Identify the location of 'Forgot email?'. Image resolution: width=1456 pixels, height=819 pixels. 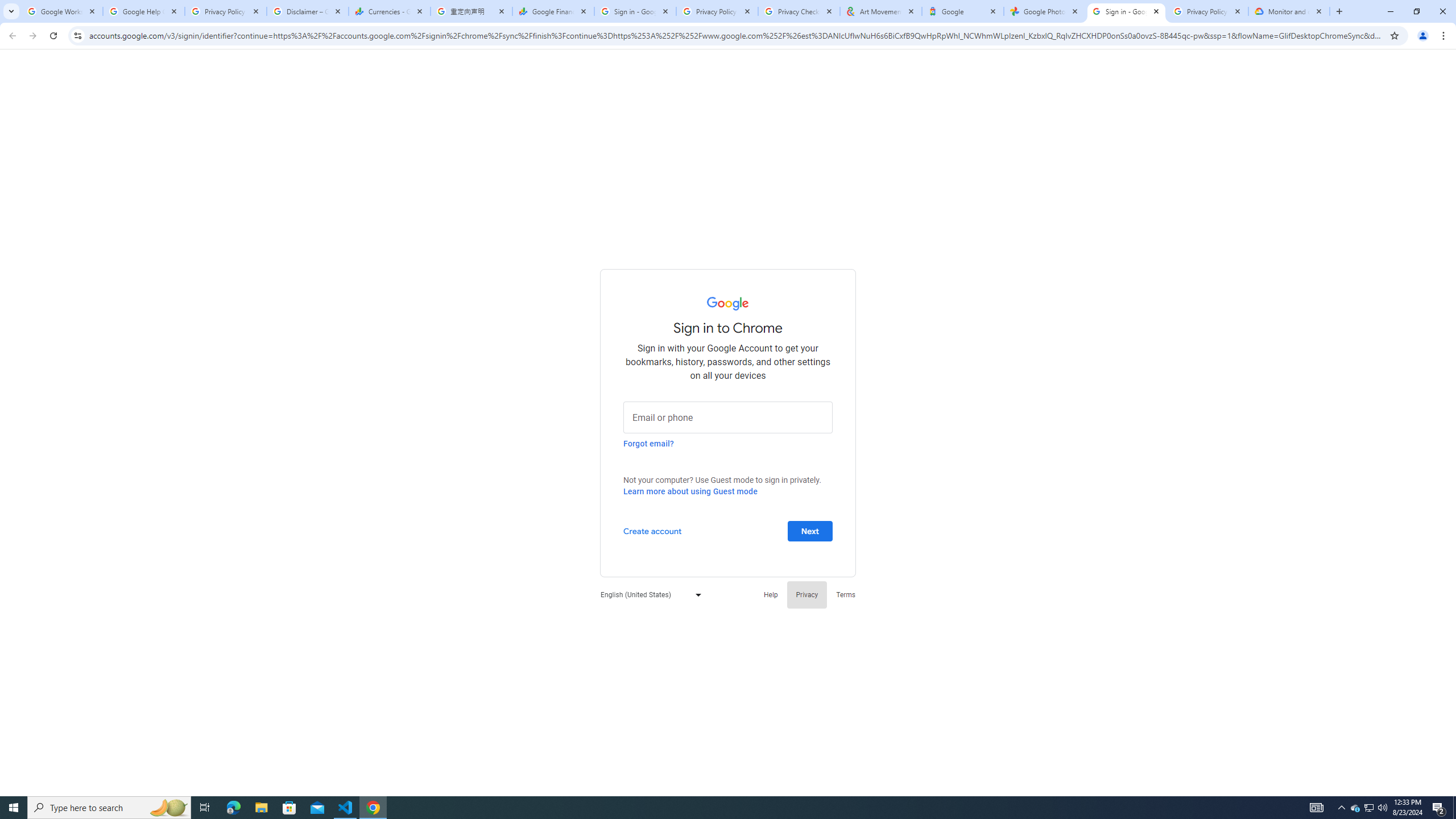
(648, 442).